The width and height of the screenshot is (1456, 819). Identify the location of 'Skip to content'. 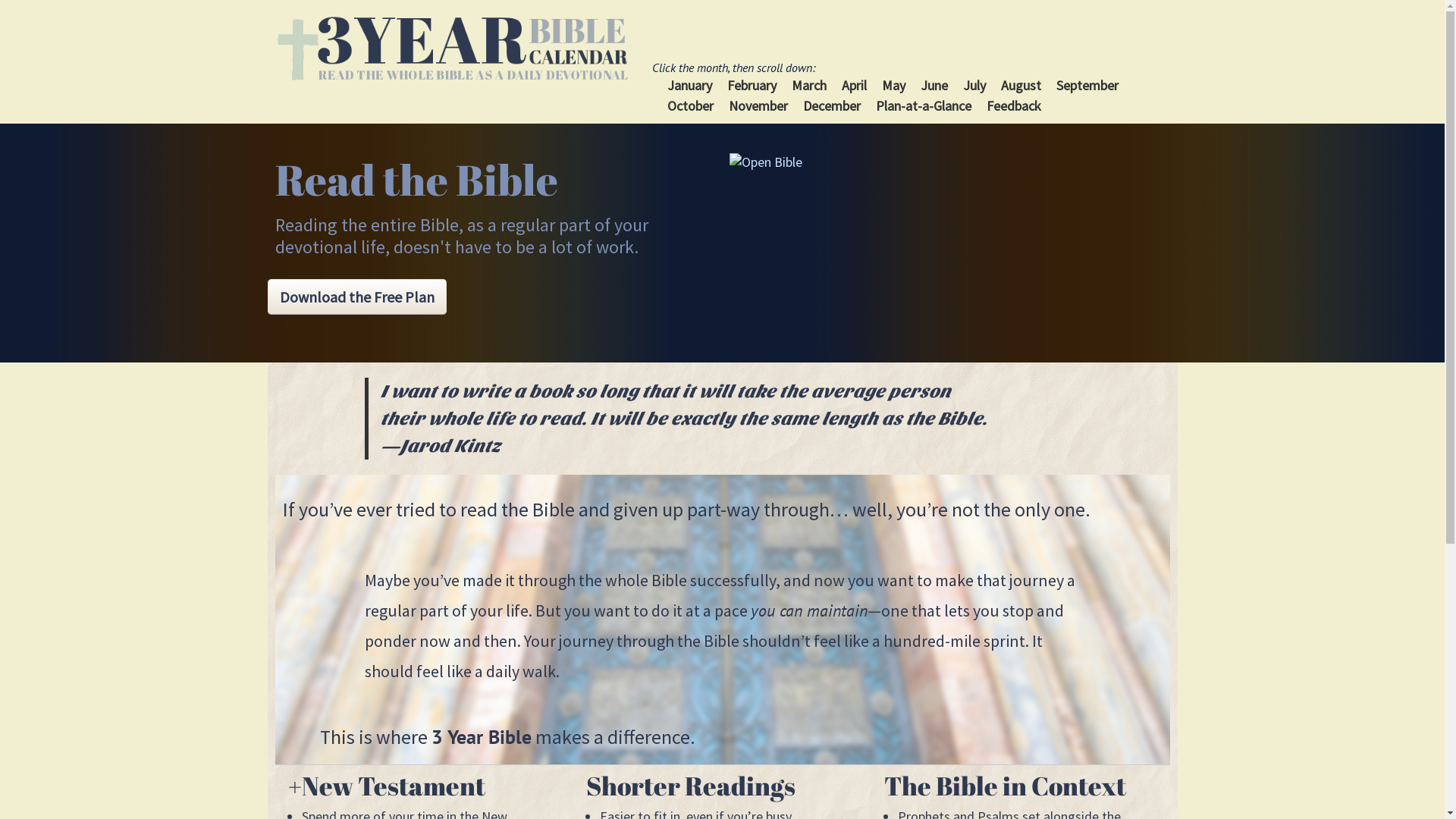
(692, 66).